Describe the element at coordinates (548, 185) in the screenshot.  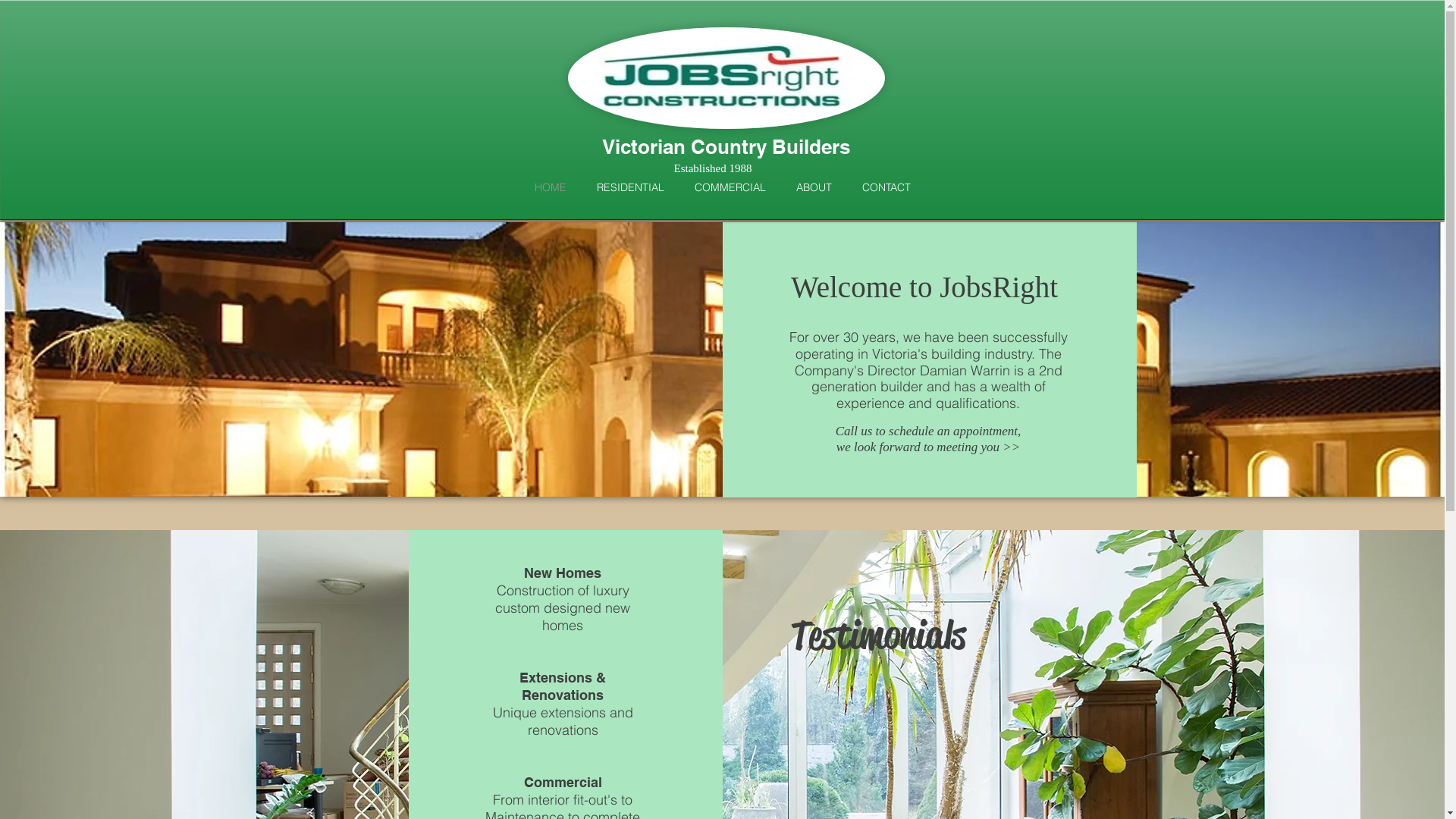
I see `'HOME'` at that location.